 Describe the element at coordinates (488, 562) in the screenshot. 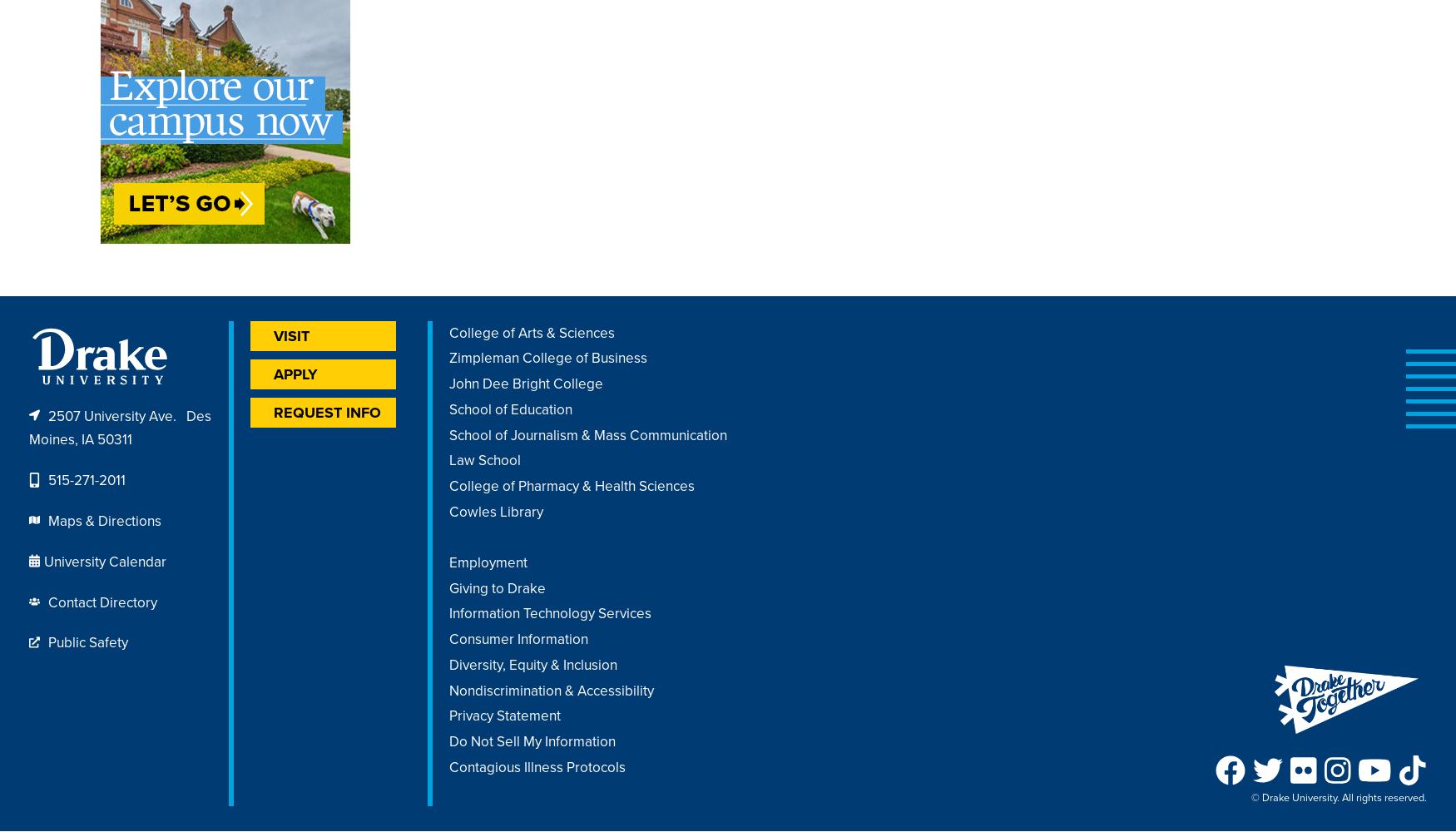

I see `'Employment'` at that location.